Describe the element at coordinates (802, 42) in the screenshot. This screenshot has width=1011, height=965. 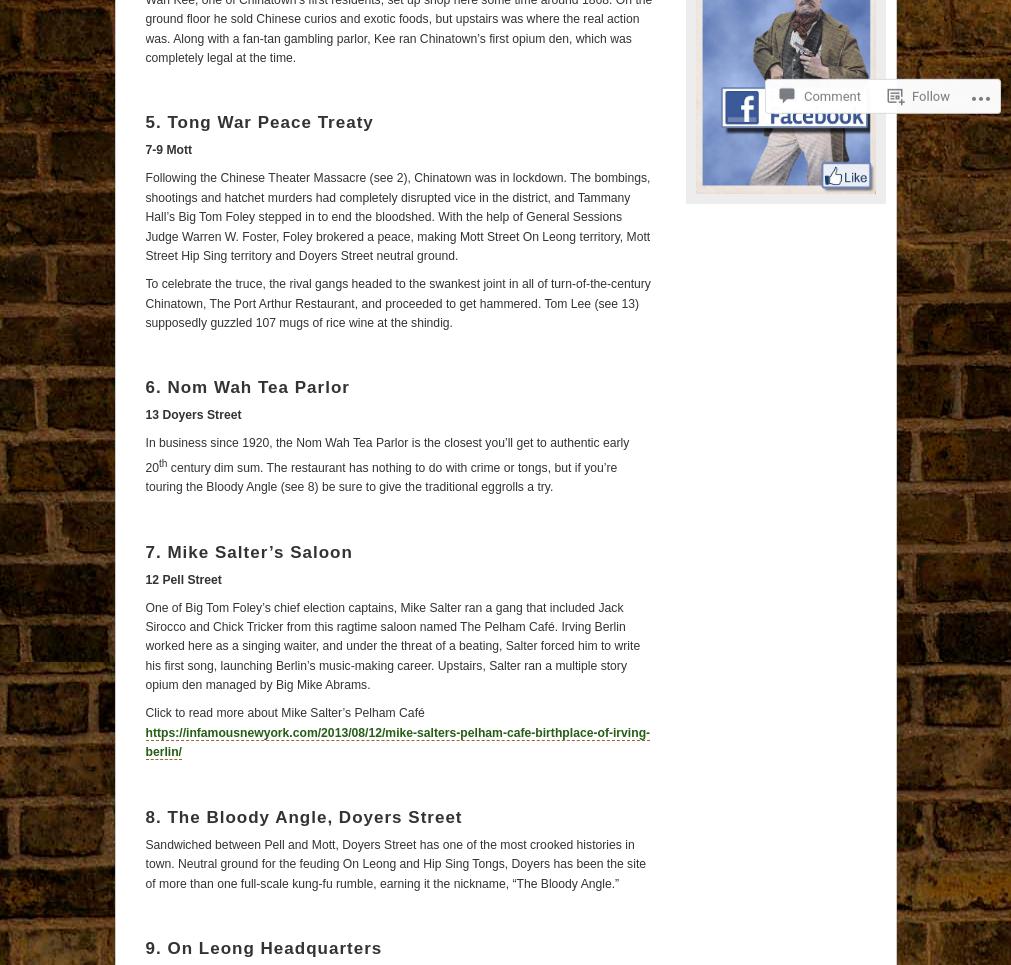
I see `'Comment'` at that location.